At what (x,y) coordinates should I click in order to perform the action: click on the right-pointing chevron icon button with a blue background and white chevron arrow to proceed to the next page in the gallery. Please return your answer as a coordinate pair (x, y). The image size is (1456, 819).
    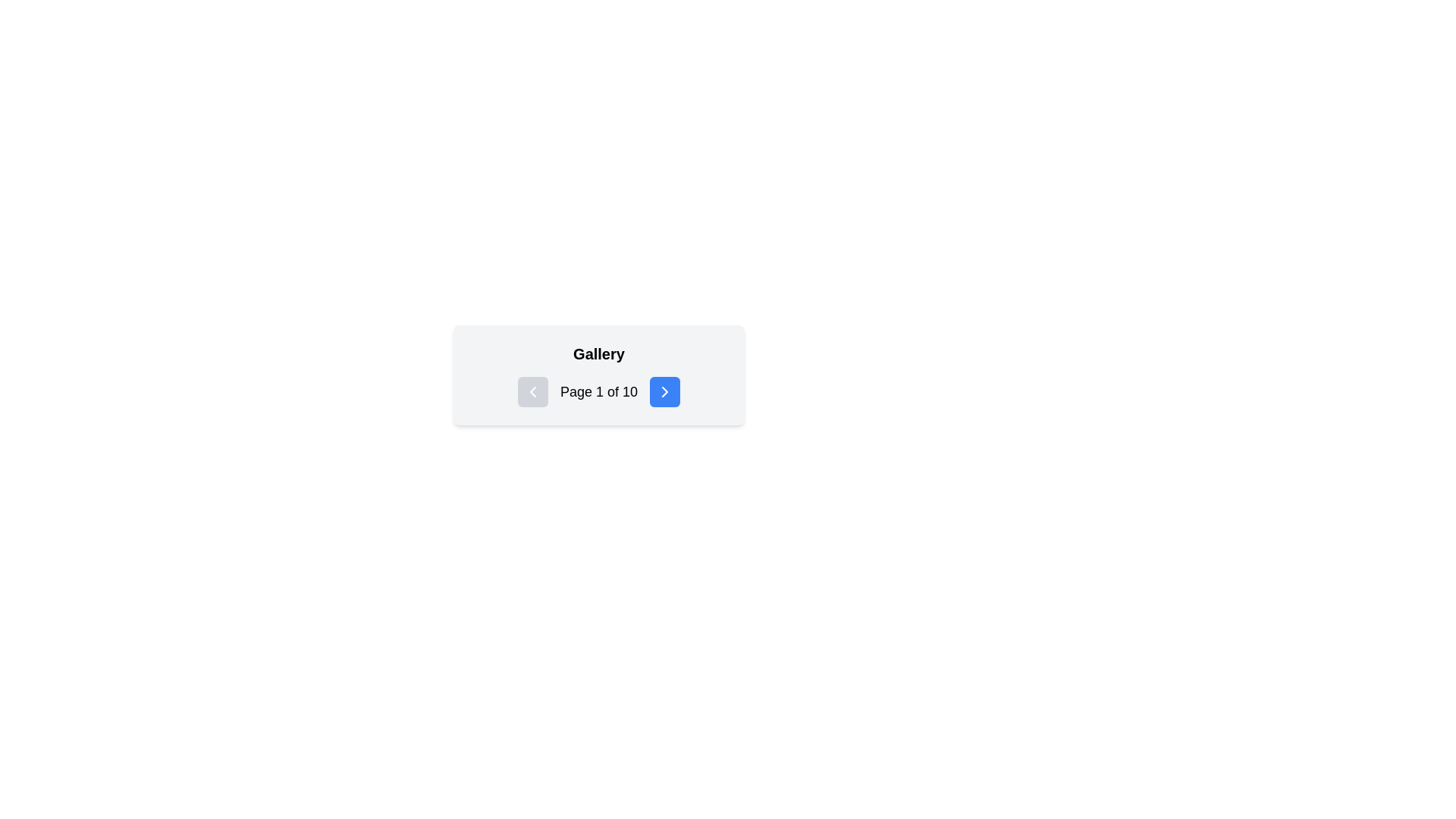
    Looking at the image, I should click on (665, 391).